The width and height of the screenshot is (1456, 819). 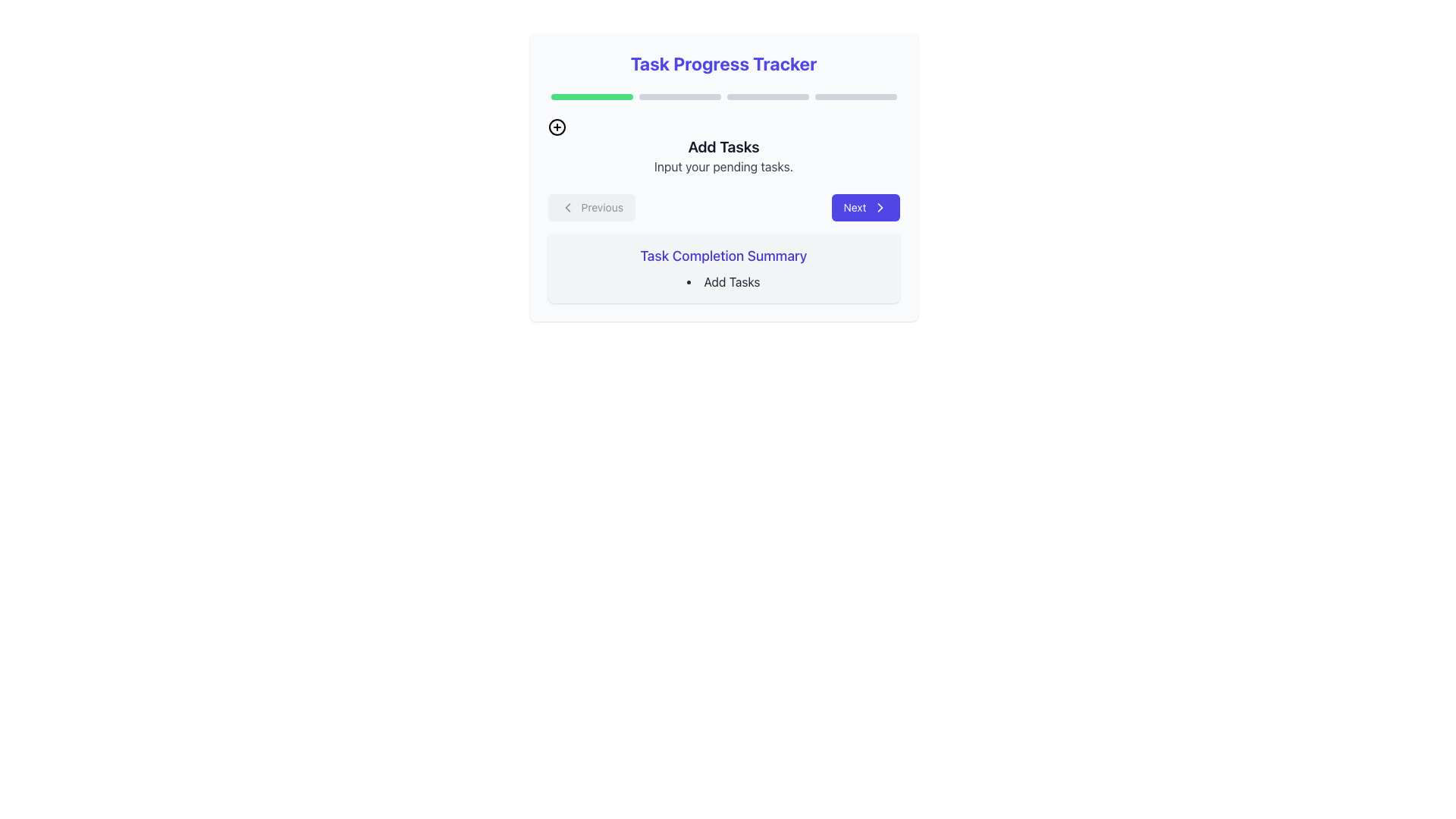 I want to click on the 'Add Tasks' button located in the upper-left corner of the task-related information group, so click(x=556, y=127).